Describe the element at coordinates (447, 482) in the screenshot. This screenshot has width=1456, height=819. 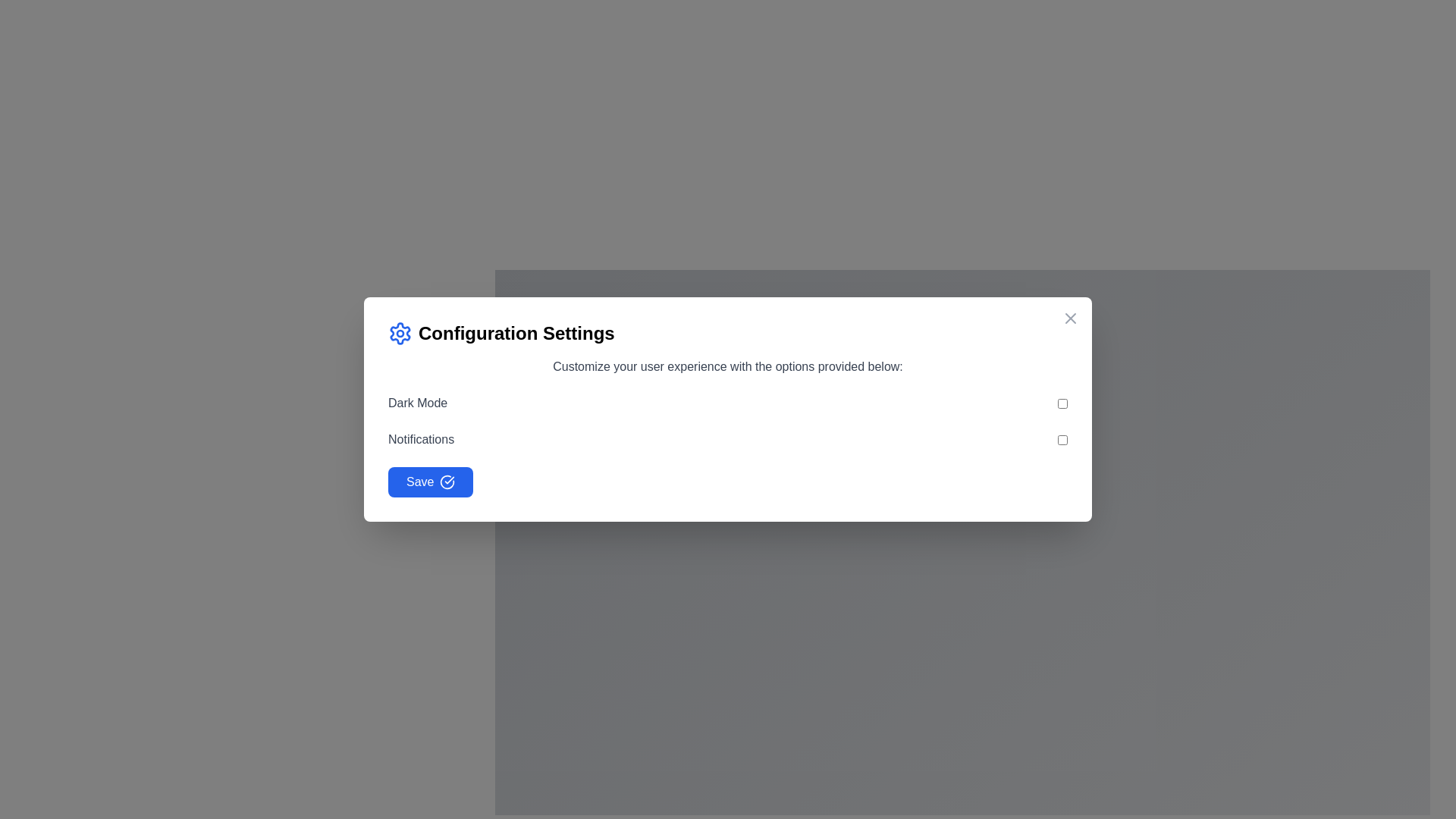
I see `the confirmation icon located to the right of the 'Save' text within the blue button at the bottom-left corner of the dialog box for its status indication` at that location.